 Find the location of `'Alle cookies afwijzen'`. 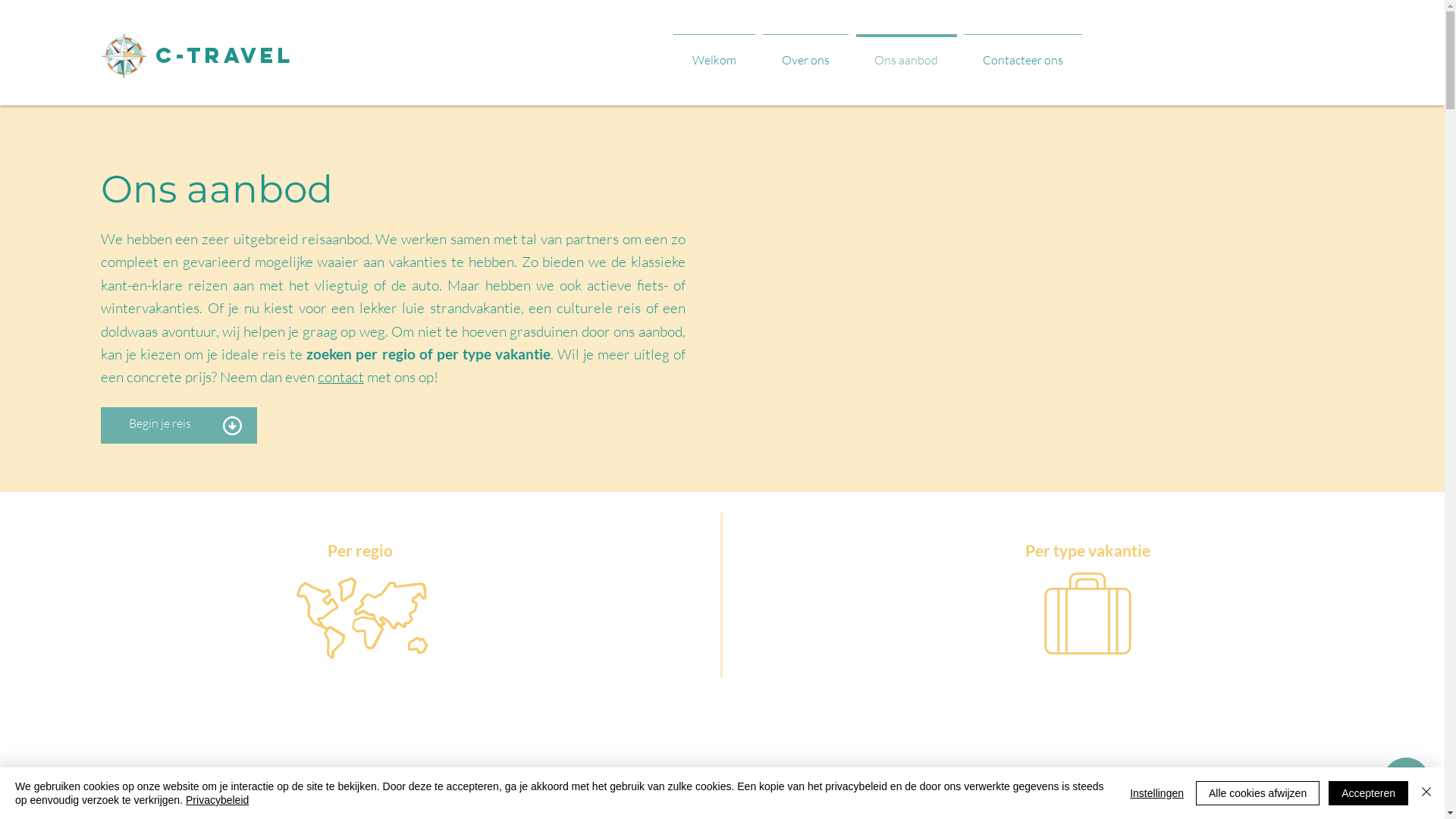

'Alle cookies afwijzen' is located at coordinates (1257, 792).